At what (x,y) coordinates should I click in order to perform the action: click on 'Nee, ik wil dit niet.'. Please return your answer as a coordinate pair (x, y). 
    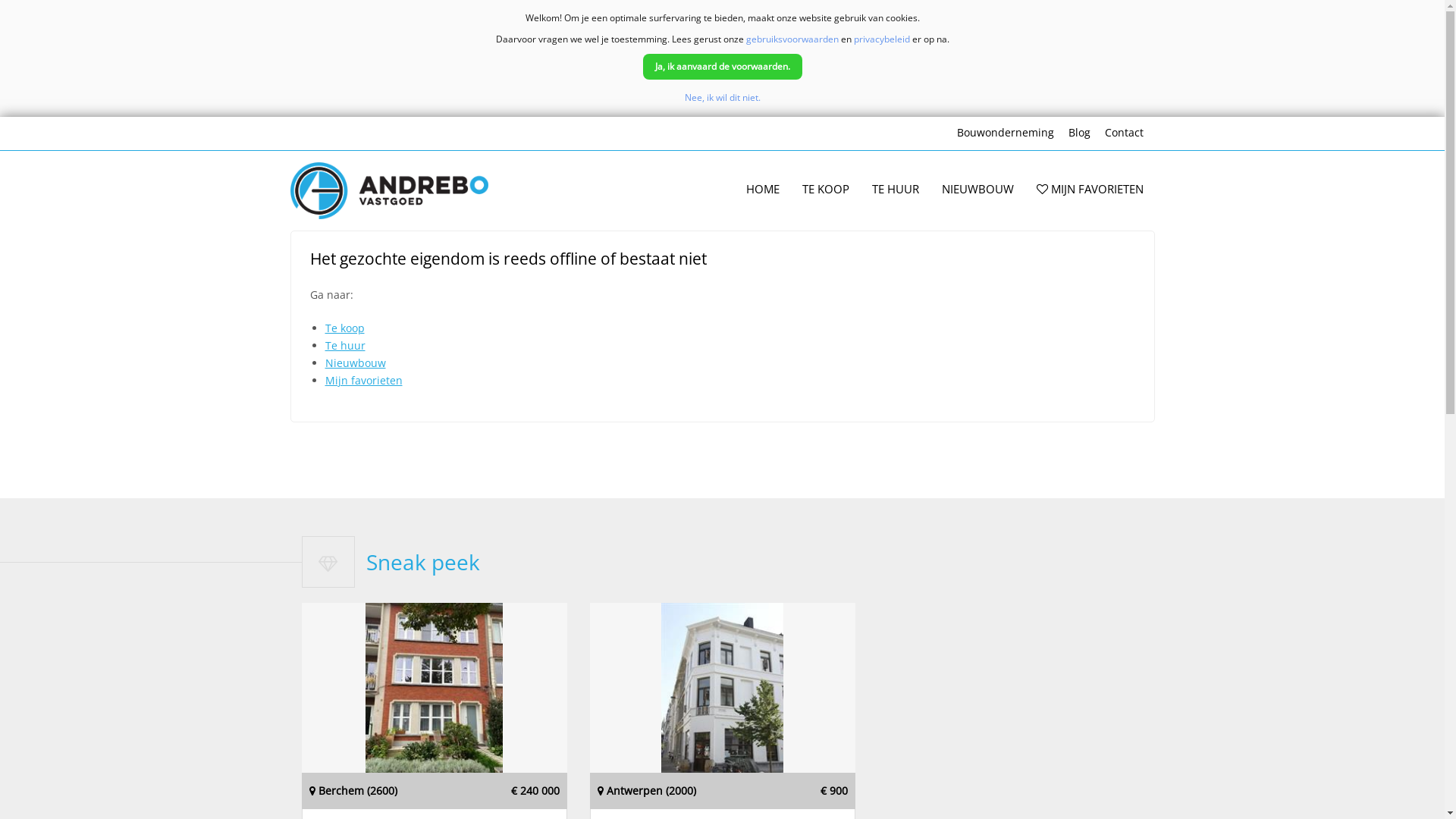
    Looking at the image, I should click on (720, 97).